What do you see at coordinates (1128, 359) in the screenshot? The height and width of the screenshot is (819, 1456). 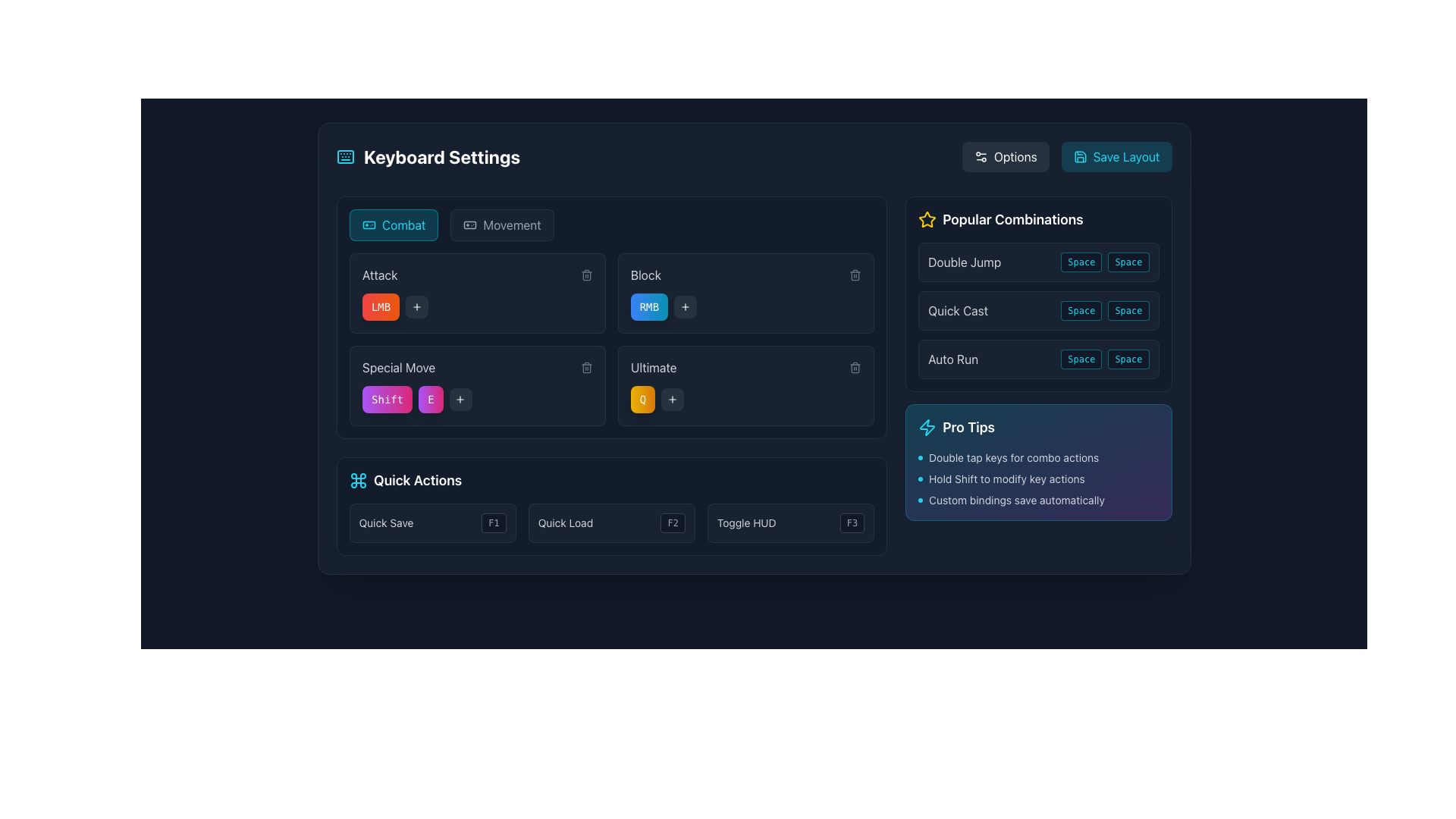 I see `the second 'Space' button, which is a small rectangular button with a dark gray background and cyan text, located in the 'Auto Run' entry of the 'Popular Combinations' section` at bounding box center [1128, 359].